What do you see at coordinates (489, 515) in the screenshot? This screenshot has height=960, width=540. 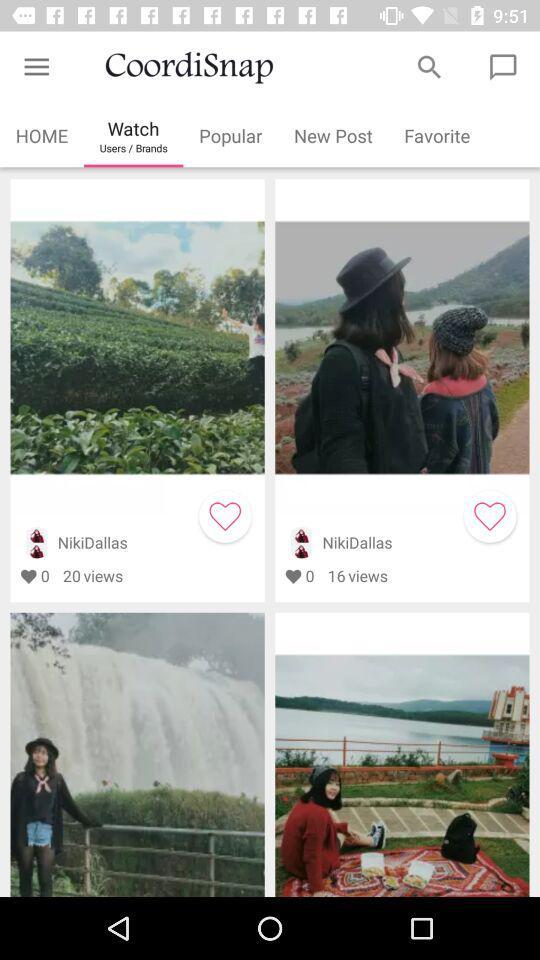 I see `like symbol` at bounding box center [489, 515].